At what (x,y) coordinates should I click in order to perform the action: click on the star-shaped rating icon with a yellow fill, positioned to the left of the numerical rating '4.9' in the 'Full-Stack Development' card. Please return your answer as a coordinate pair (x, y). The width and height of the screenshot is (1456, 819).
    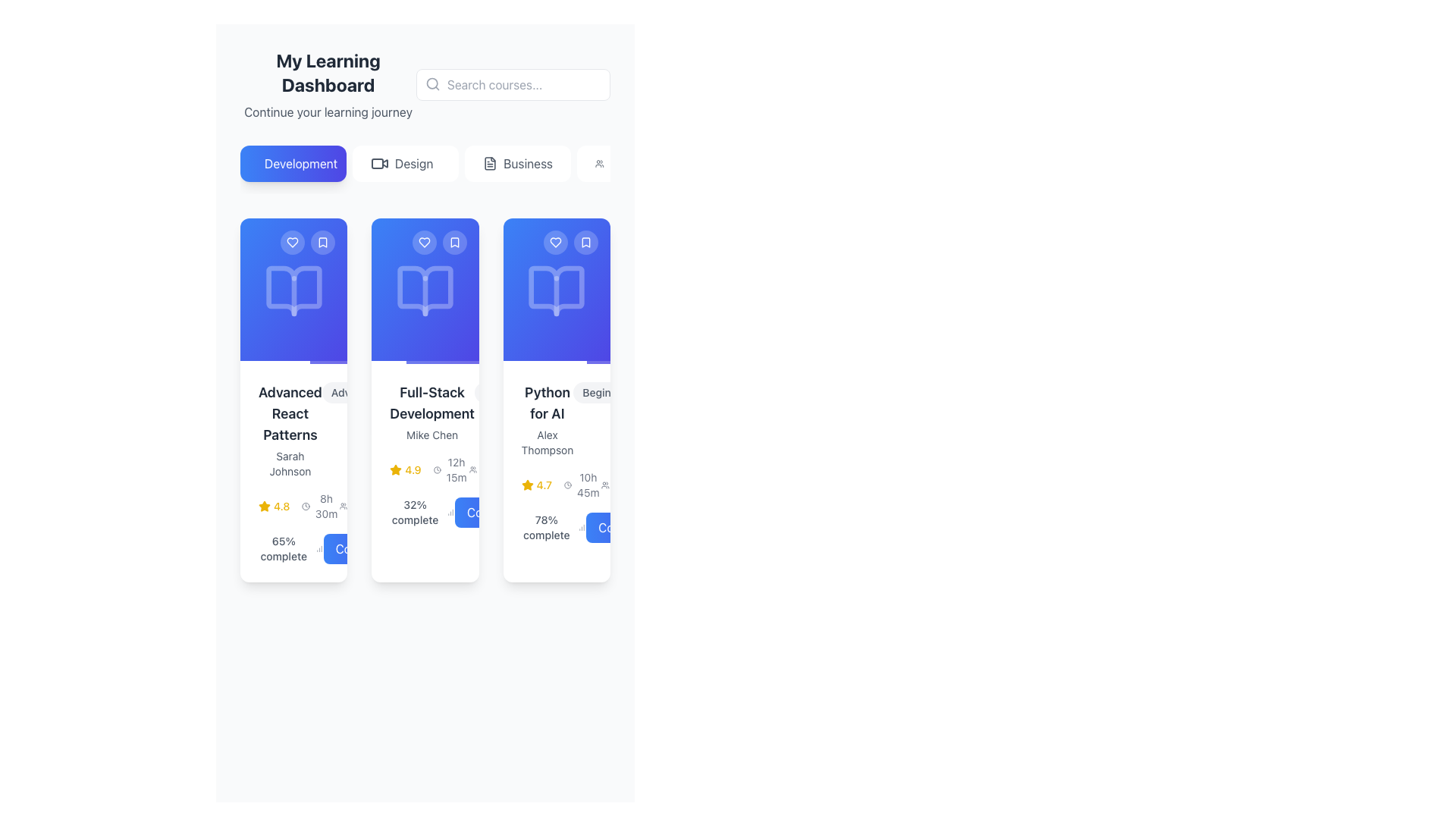
    Looking at the image, I should click on (396, 469).